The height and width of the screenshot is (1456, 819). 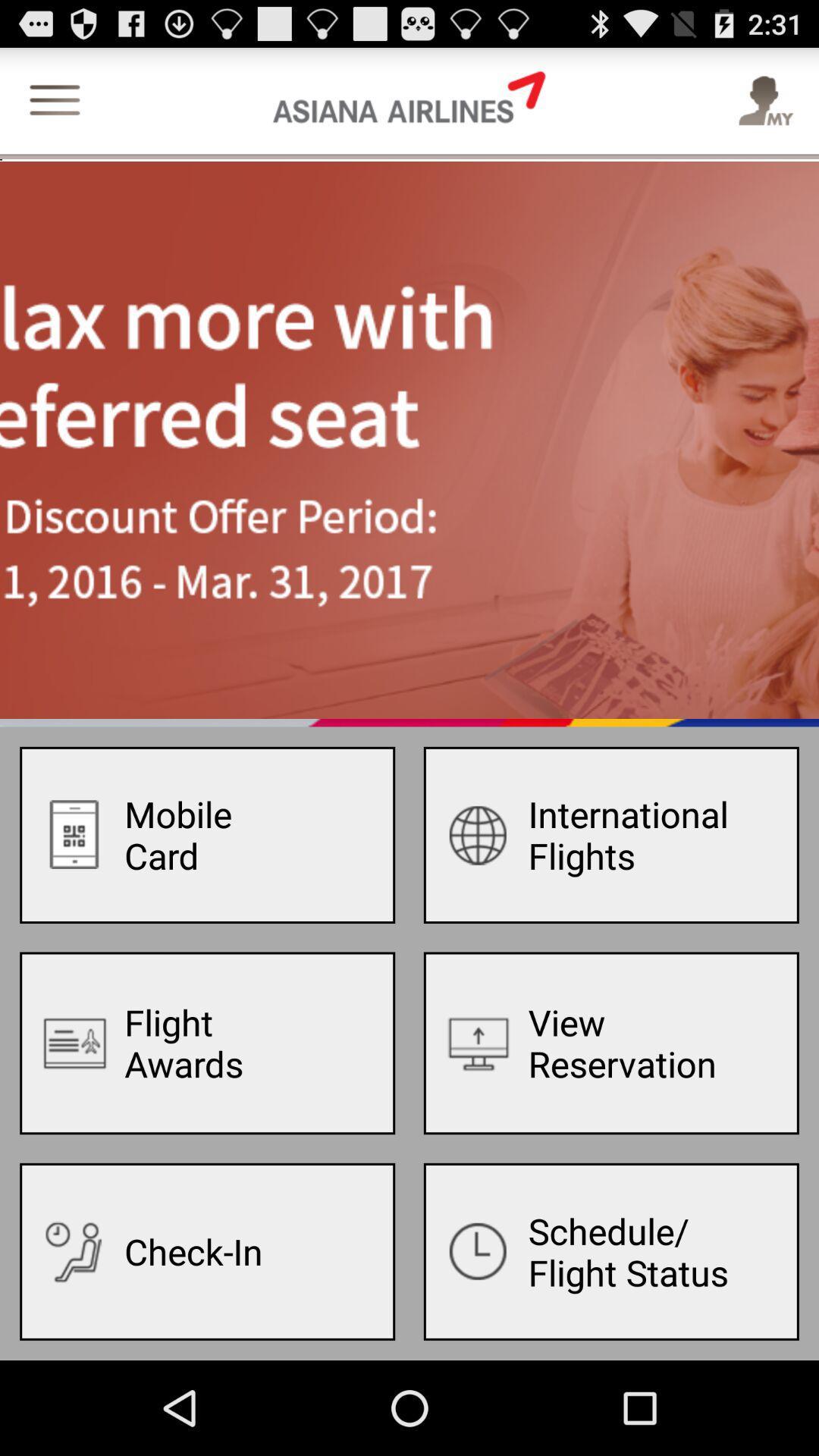 What do you see at coordinates (764, 109) in the screenshot?
I see `the follow icon` at bounding box center [764, 109].